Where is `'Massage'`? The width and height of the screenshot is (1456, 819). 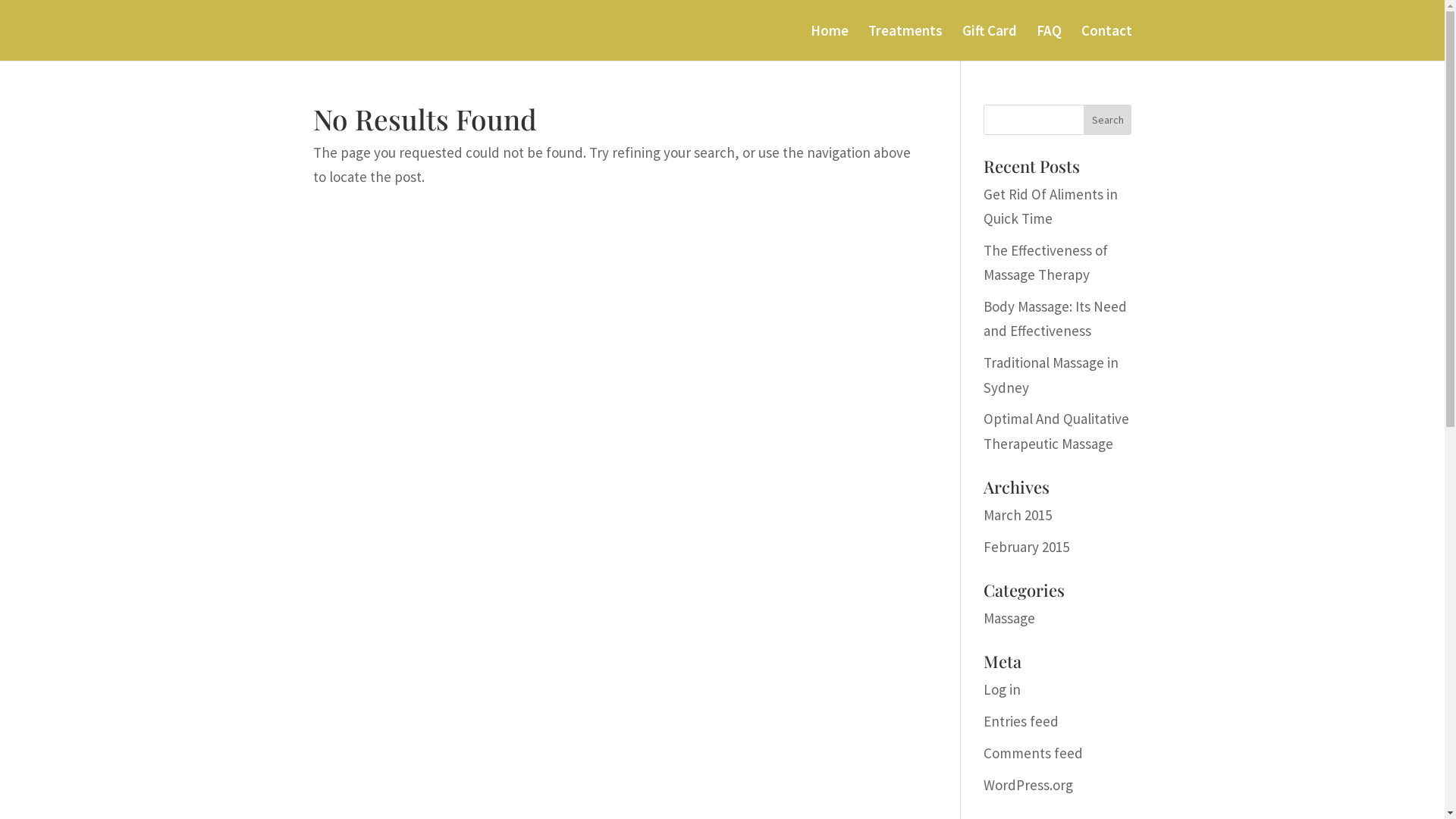 'Massage' is located at coordinates (983, 617).